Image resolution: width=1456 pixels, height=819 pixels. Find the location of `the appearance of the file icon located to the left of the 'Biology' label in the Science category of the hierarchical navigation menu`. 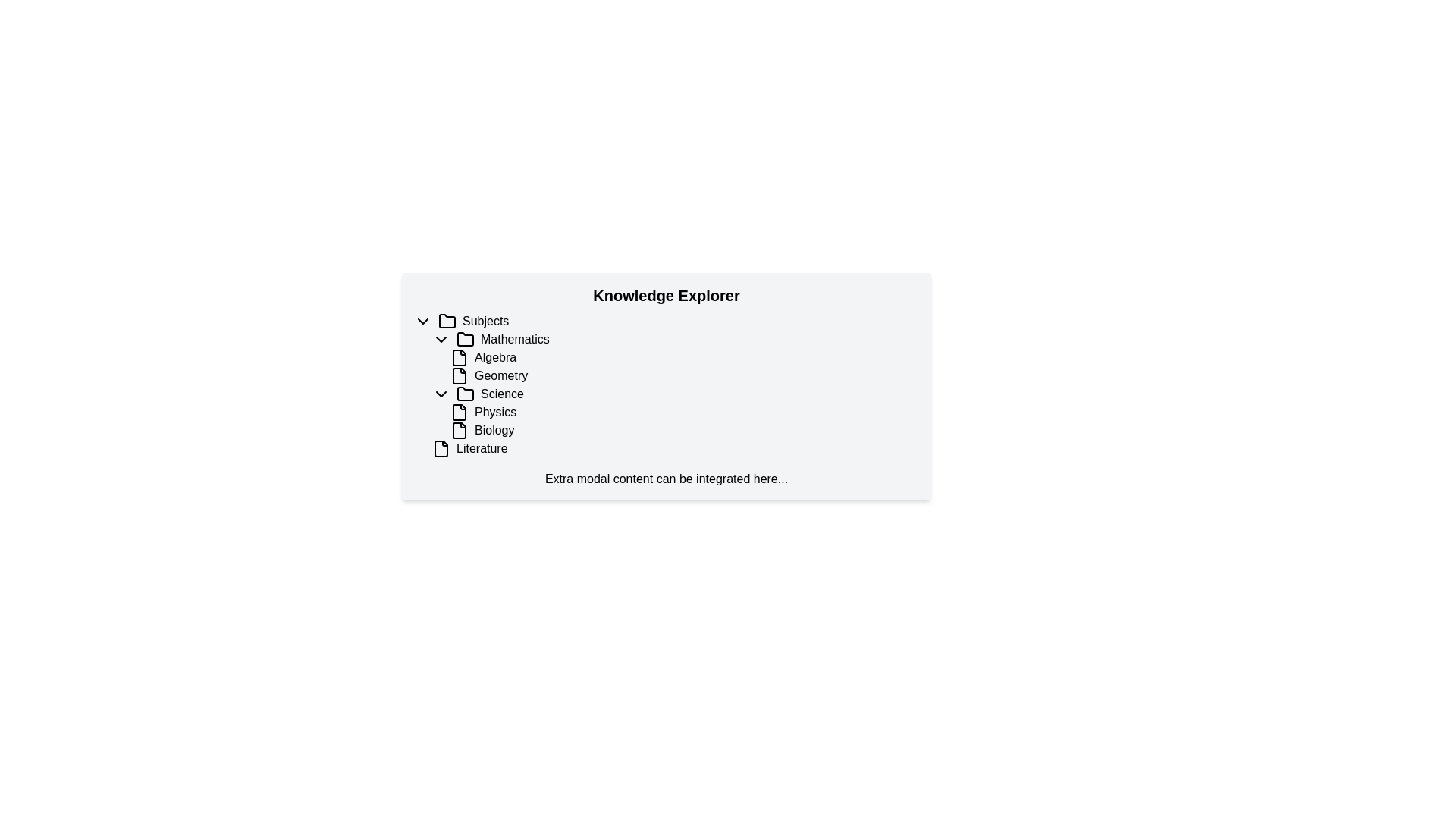

the appearance of the file icon located to the left of the 'Biology' label in the Science category of the hierarchical navigation menu is located at coordinates (458, 430).